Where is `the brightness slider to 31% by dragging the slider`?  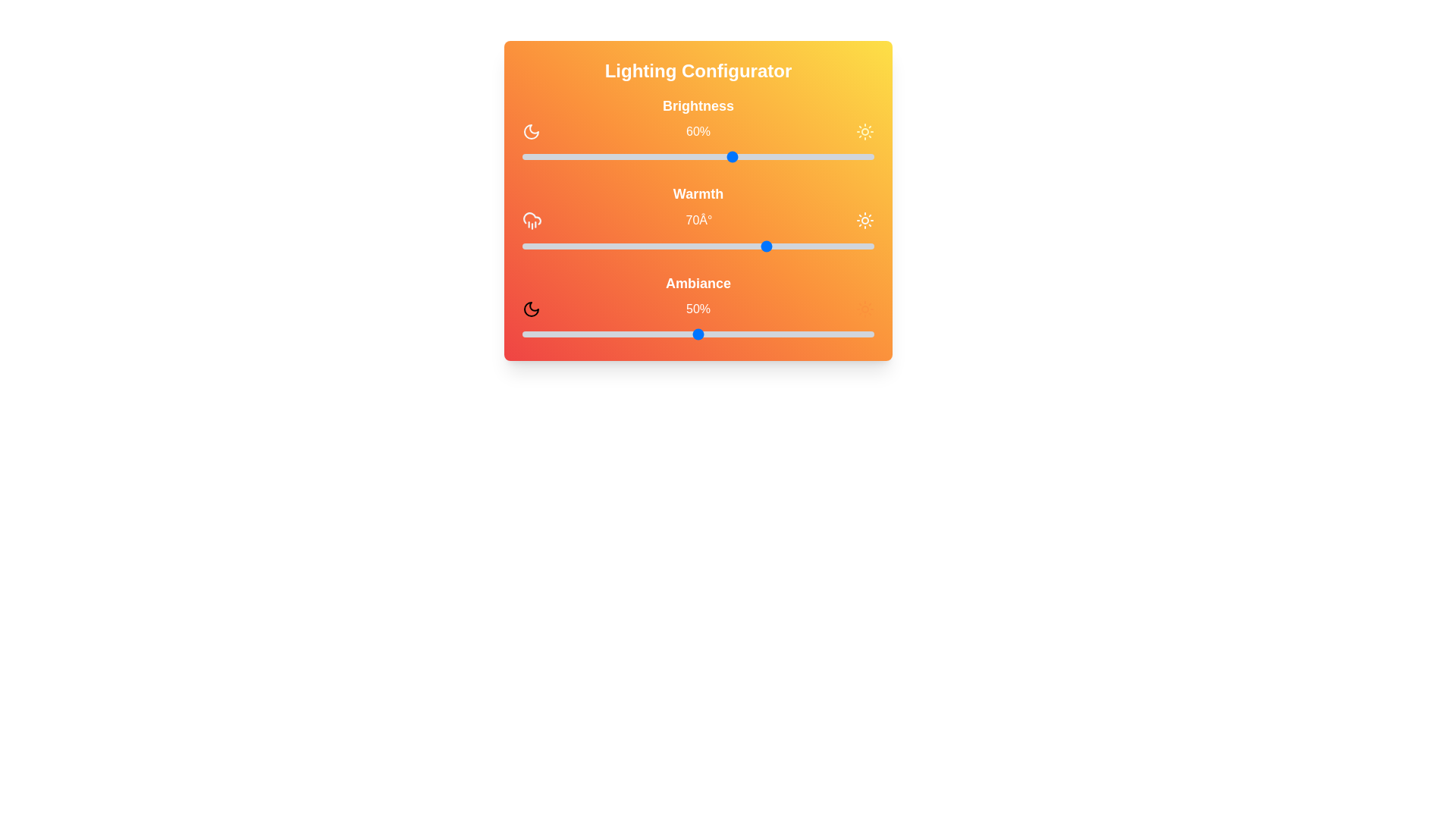
the brightness slider to 31% by dragging the slider is located at coordinates (631, 157).